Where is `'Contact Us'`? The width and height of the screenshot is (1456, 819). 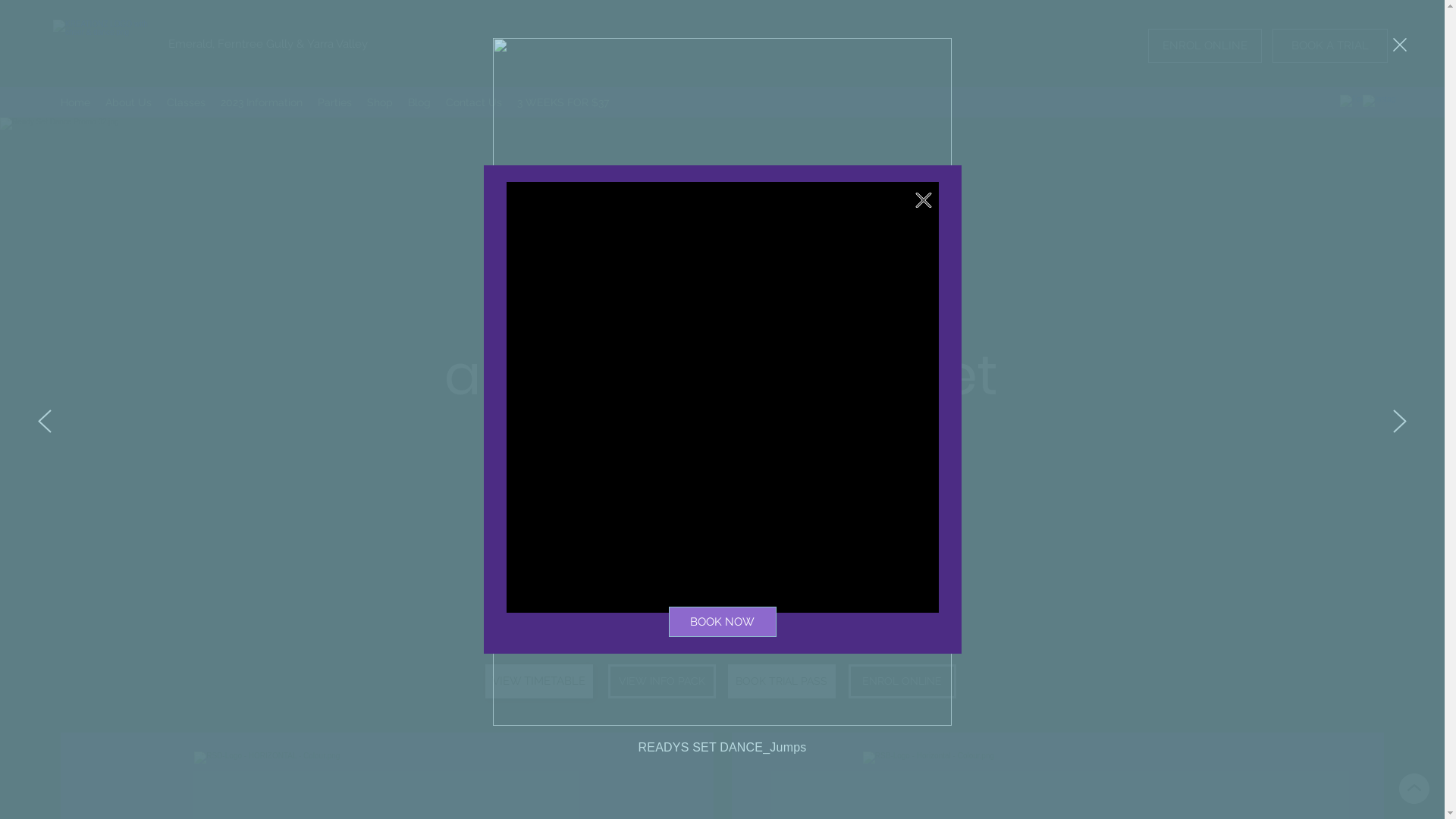
'Contact Us' is located at coordinates (472, 102).